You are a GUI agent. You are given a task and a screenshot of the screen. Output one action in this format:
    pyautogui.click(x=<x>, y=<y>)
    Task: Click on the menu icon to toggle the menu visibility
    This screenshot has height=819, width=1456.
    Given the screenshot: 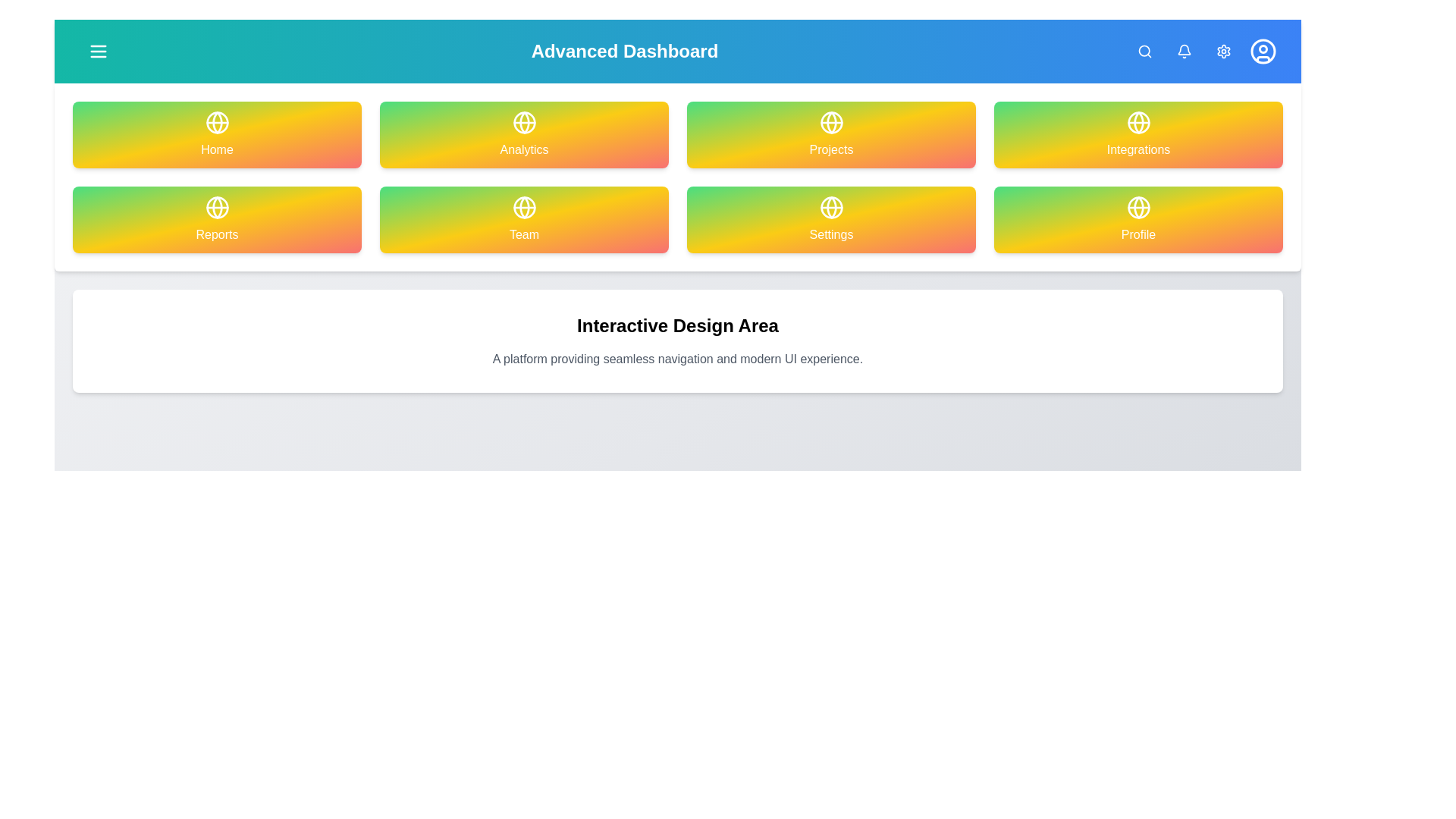 What is the action you would take?
    pyautogui.click(x=97, y=51)
    